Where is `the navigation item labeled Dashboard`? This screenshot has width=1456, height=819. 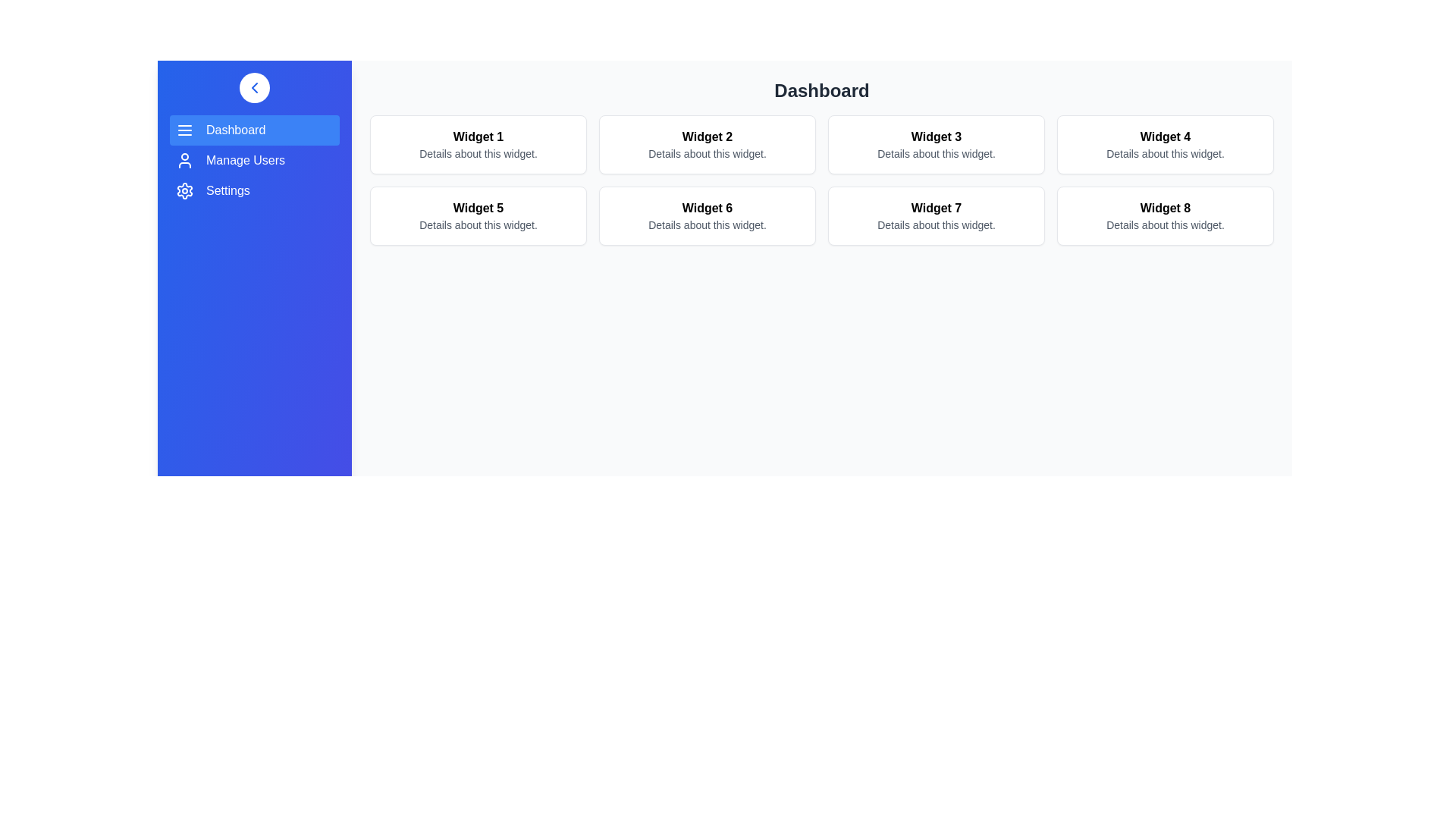 the navigation item labeled Dashboard is located at coordinates (255, 130).